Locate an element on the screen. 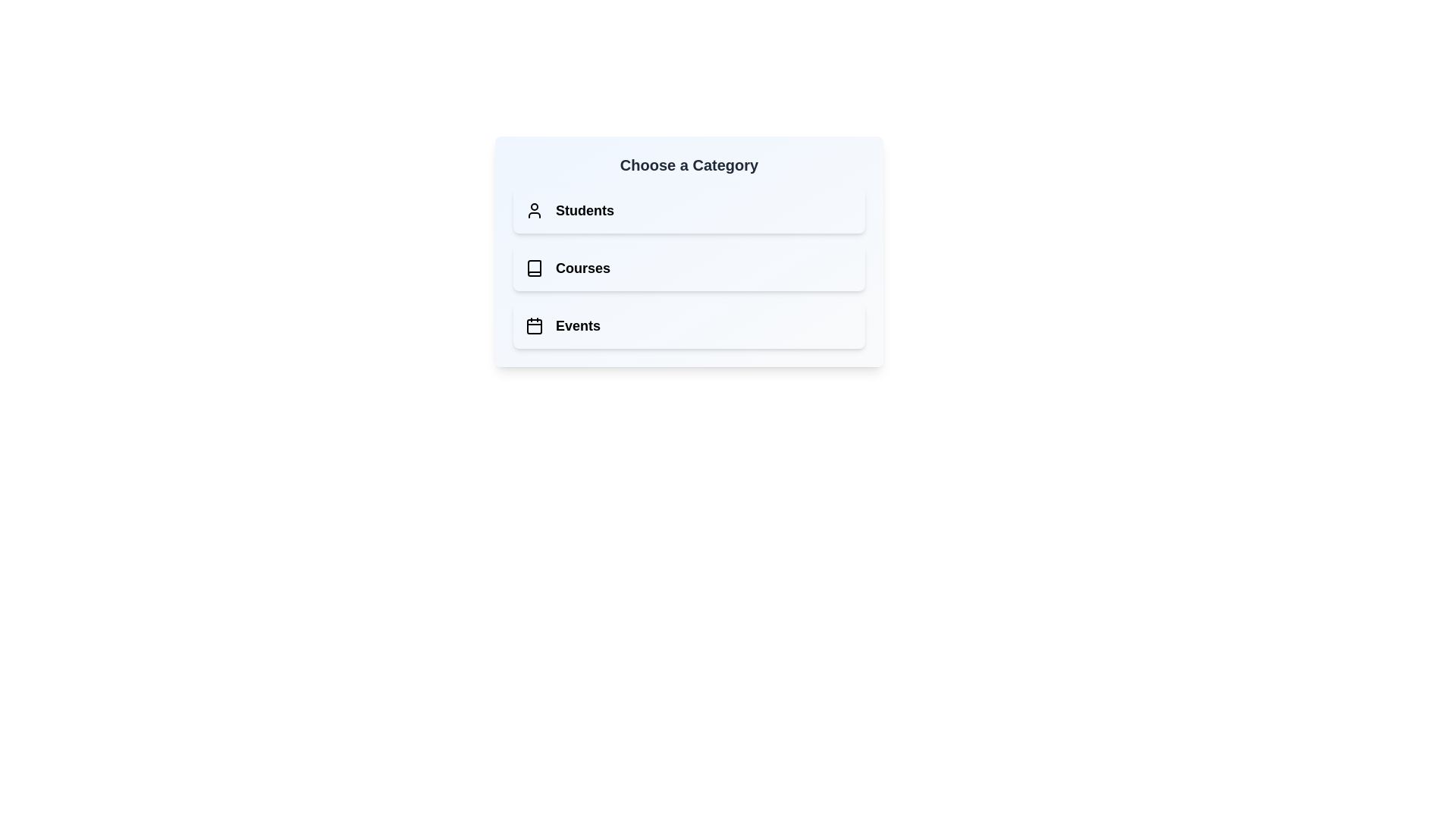 The height and width of the screenshot is (819, 1456). the category card corresponding to Students is located at coordinates (688, 210).